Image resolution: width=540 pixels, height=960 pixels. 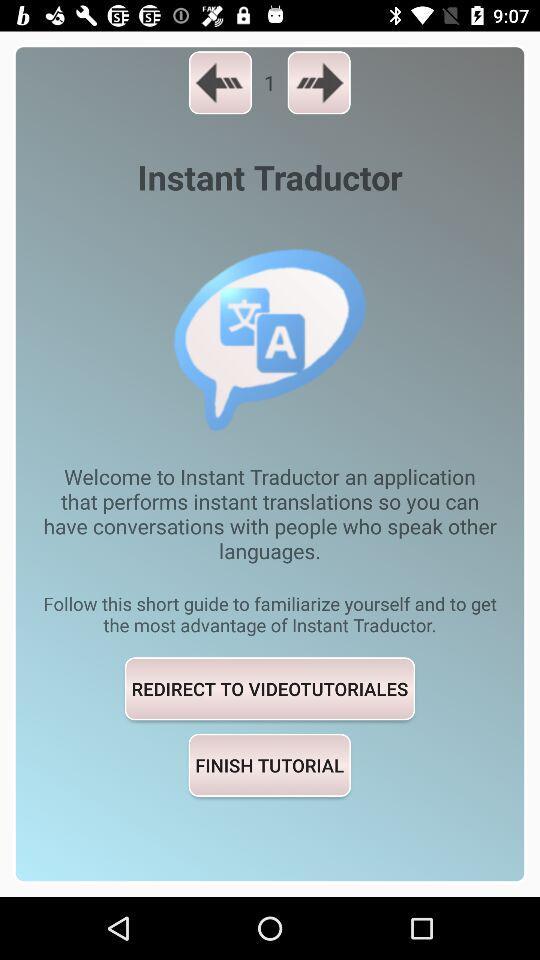 I want to click on item above the finish tutorial item, so click(x=270, y=688).